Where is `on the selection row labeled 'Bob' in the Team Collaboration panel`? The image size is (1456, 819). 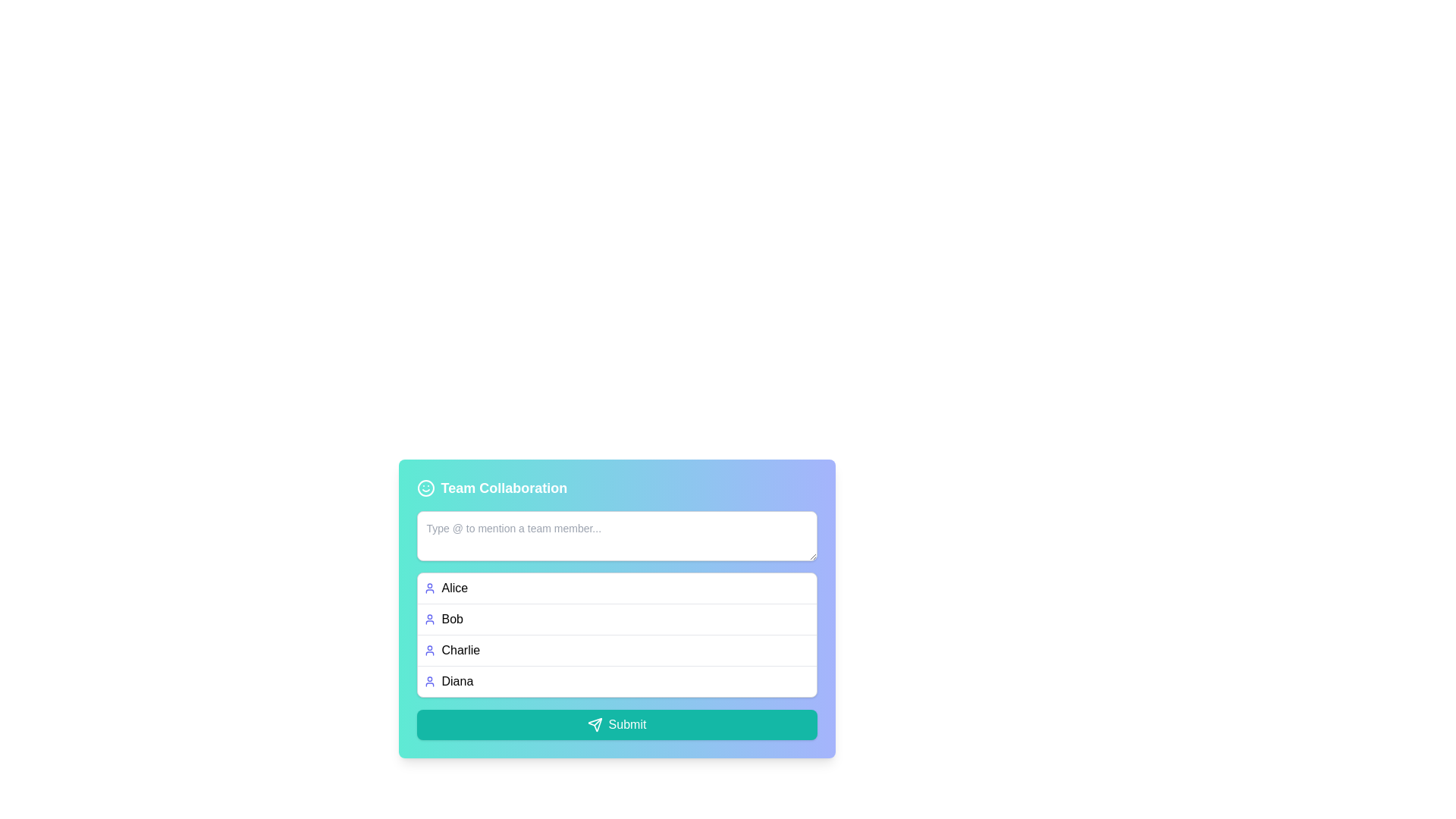 on the selection row labeled 'Bob' in the Team Collaboration panel is located at coordinates (617, 615).